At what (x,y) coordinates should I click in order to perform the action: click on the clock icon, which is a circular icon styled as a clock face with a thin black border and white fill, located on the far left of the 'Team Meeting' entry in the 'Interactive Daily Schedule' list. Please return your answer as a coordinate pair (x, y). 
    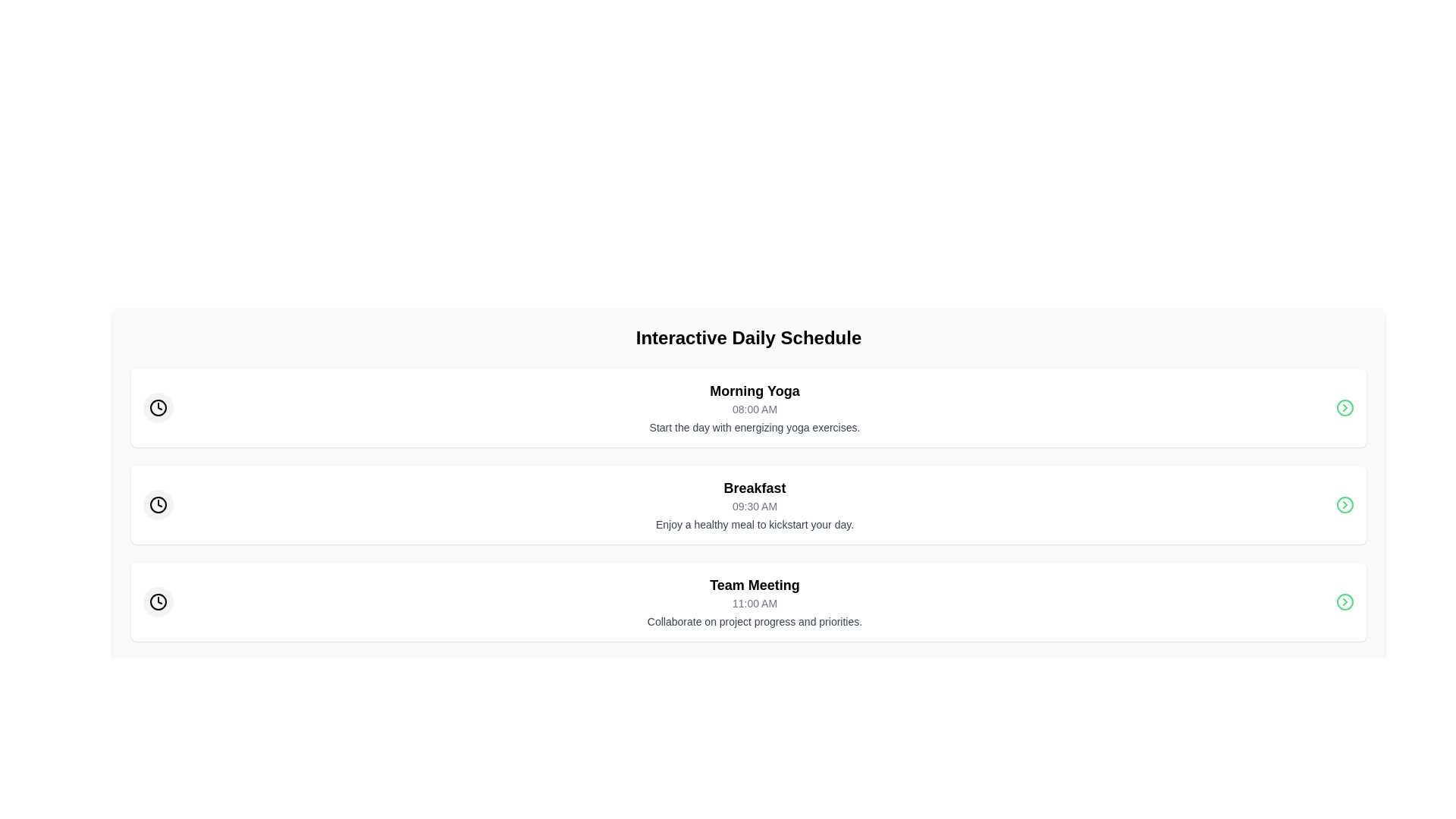
    Looking at the image, I should click on (158, 601).